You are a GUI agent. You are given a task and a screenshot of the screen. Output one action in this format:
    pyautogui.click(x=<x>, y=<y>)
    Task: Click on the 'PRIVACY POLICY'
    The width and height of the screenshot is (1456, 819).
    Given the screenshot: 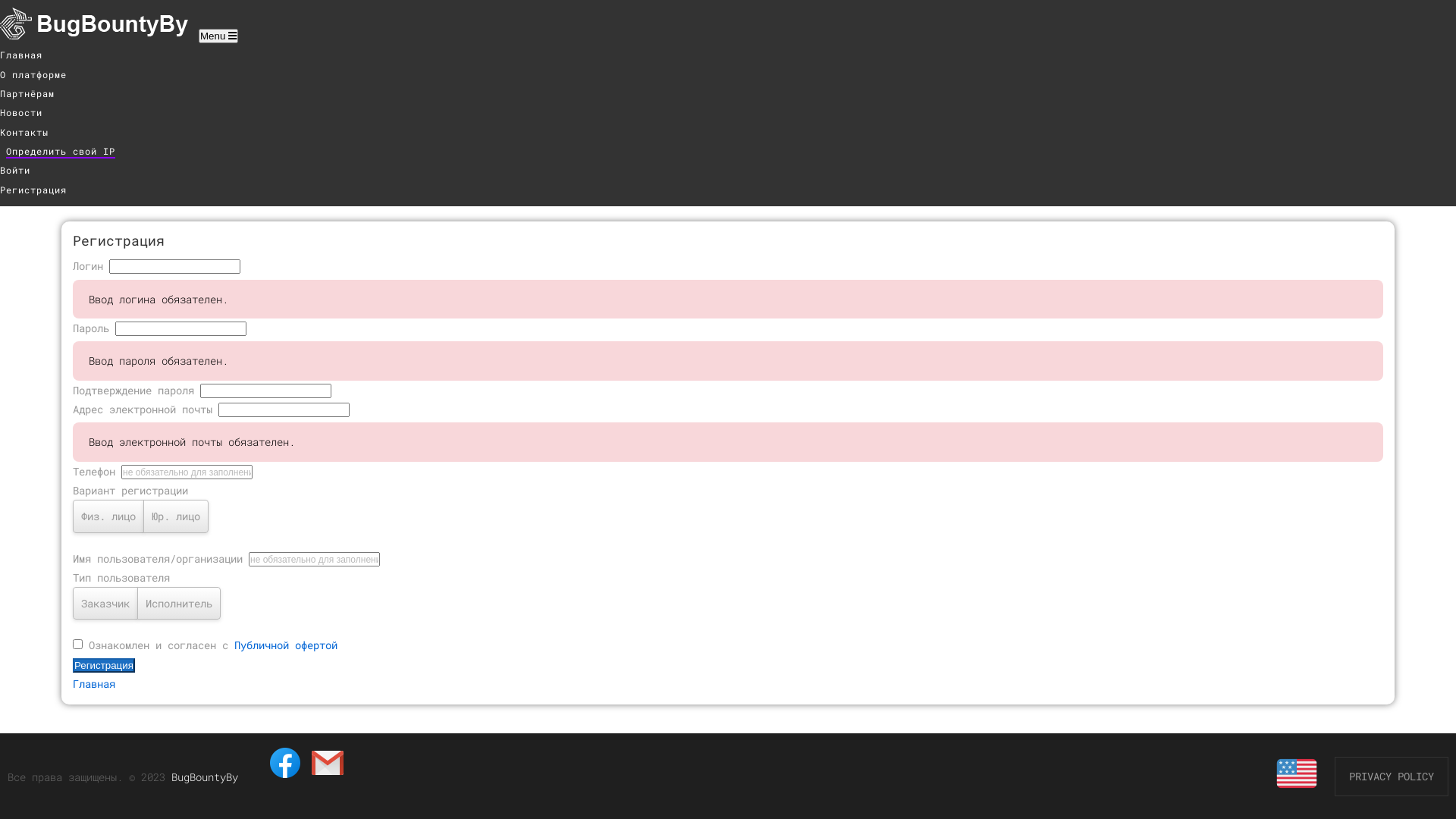 What is the action you would take?
    pyautogui.click(x=1391, y=776)
    